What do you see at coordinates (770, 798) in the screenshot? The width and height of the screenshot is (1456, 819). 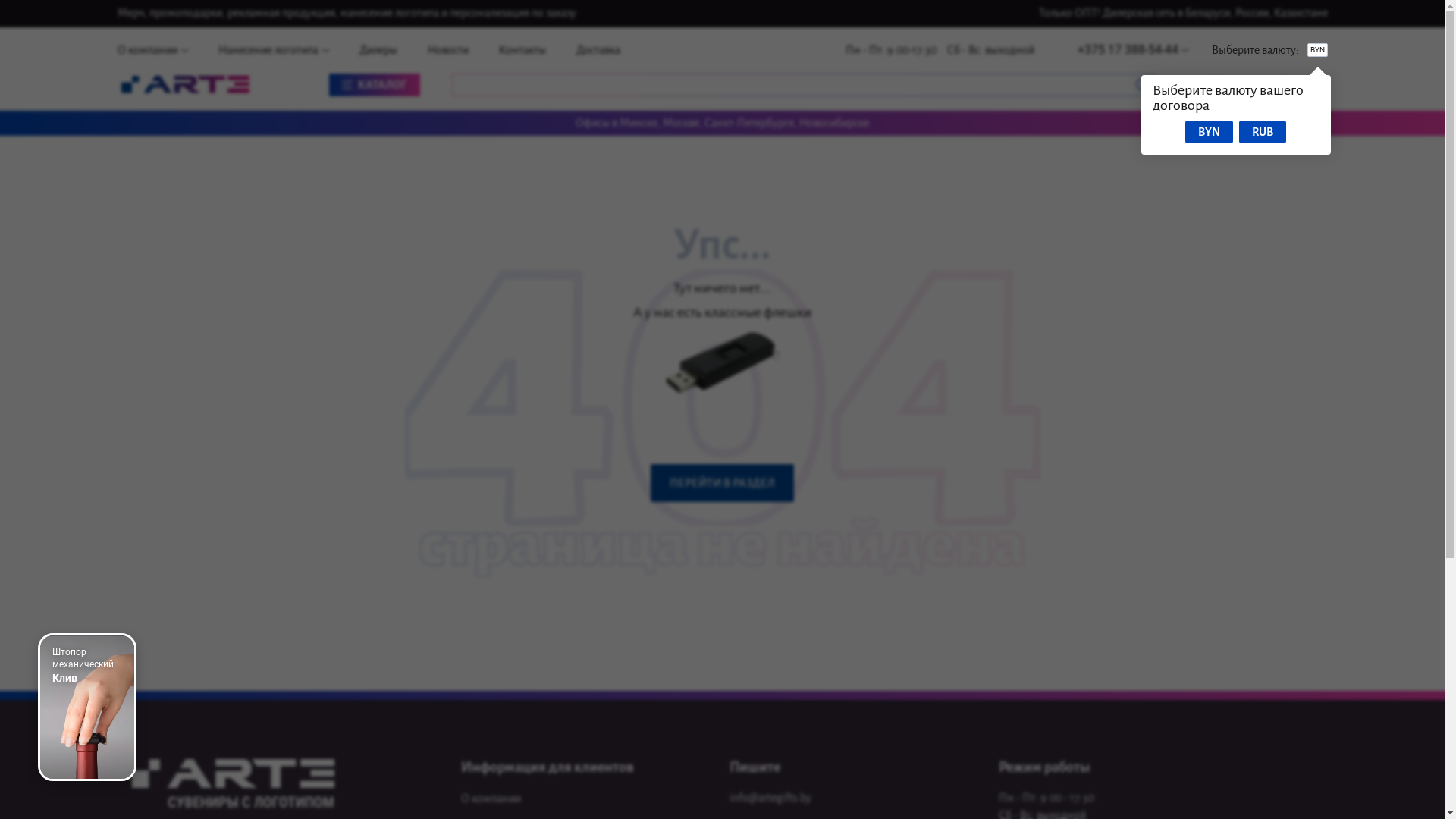 I see `'info@artegifts.by'` at bounding box center [770, 798].